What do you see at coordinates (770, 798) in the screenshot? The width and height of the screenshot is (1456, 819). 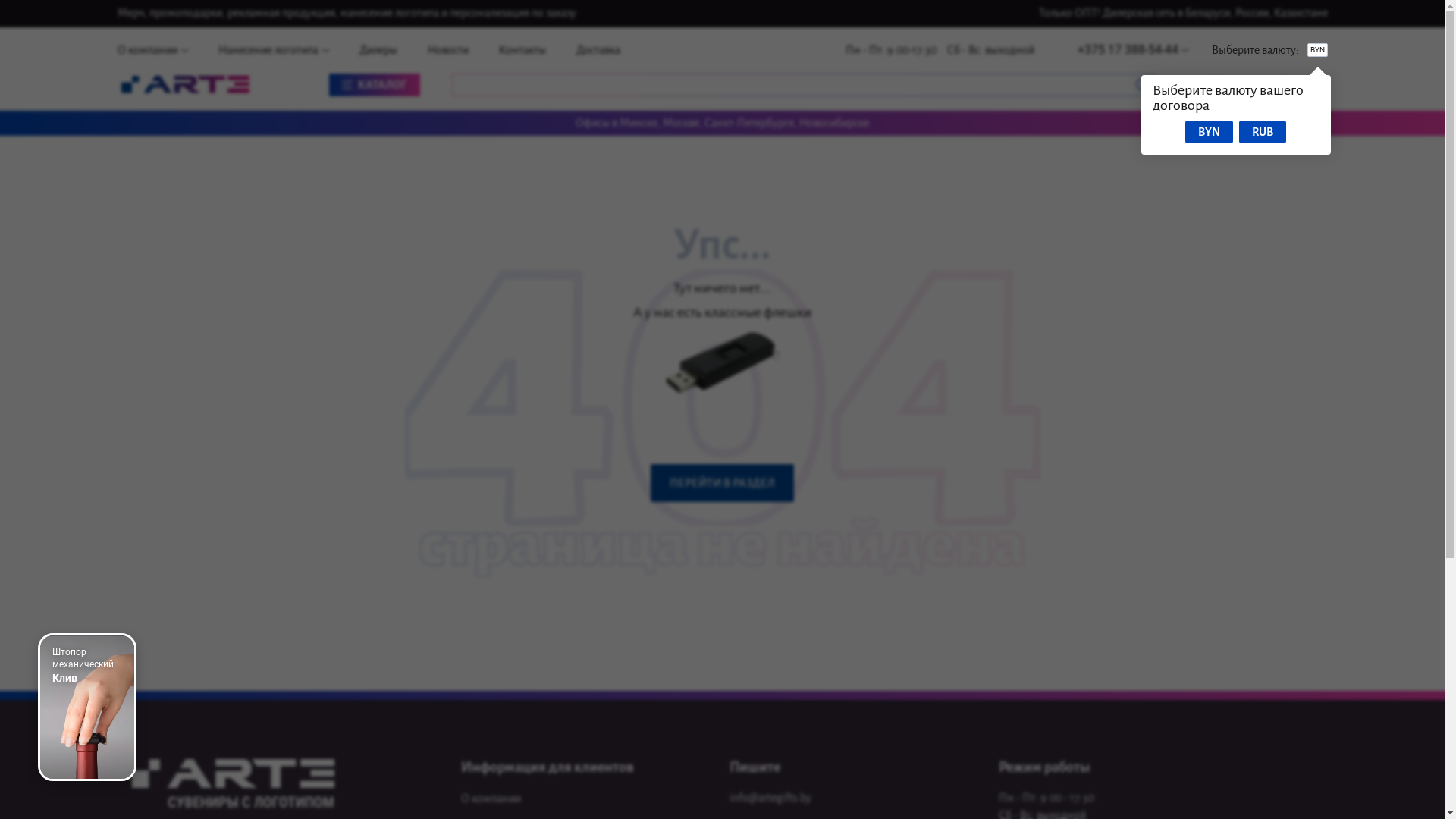 I see `'info@artegifts.by'` at bounding box center [770, 798].